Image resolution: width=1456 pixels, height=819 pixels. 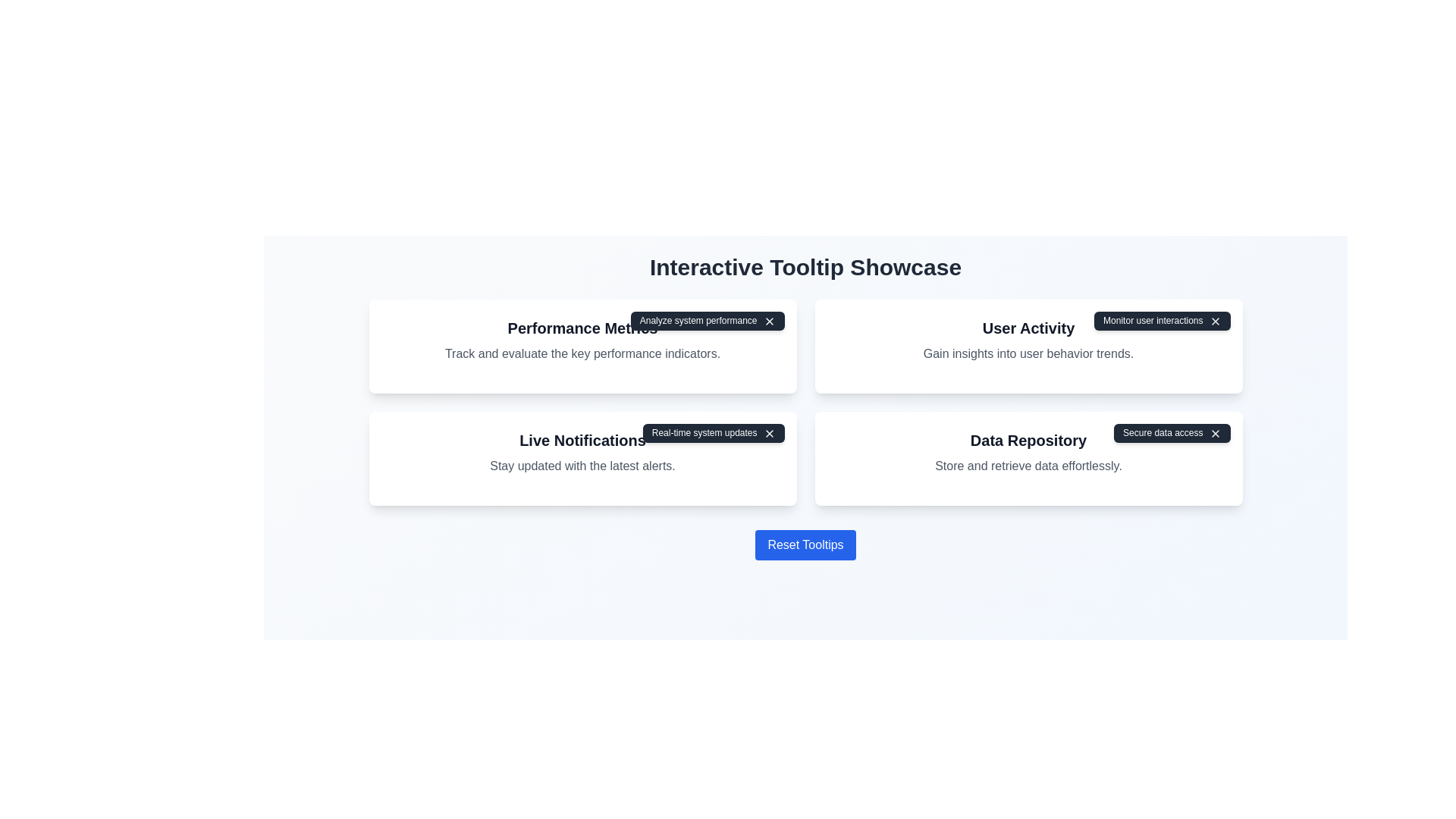 What do you see at coordinates (805, 267) in the screenshot?
I see `the header text indicating 'Interactive Tooltip Showcase' located at the top middle of the interface, above the grid of information cards` at bounding box center [805, 267].